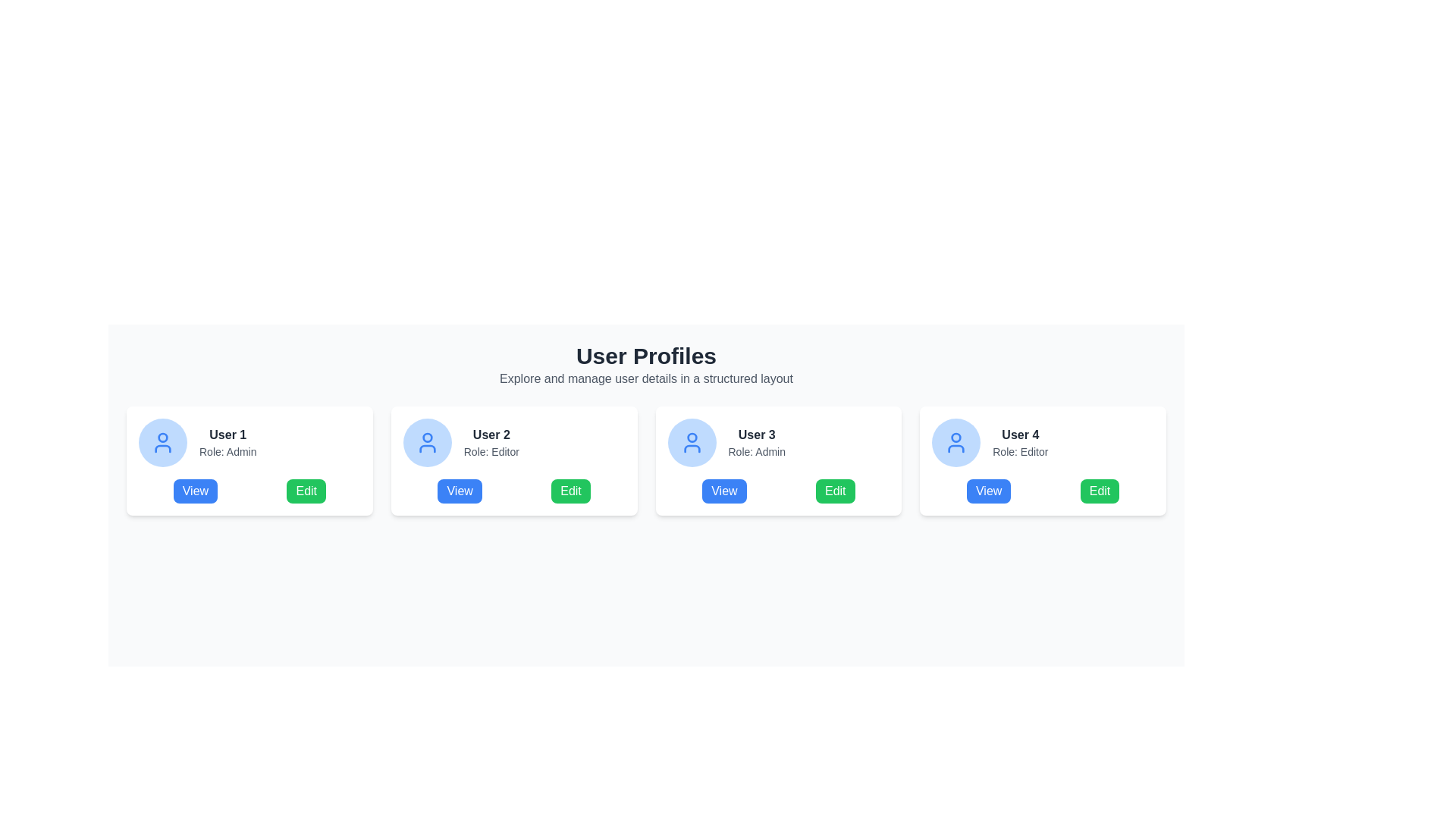  What do you see at coordinates (514, 442) in the screenshot?
I see `displayed information from the text label with an associated minimal icon located in the second card of the user profiles section` at bounding box center [514, 442].